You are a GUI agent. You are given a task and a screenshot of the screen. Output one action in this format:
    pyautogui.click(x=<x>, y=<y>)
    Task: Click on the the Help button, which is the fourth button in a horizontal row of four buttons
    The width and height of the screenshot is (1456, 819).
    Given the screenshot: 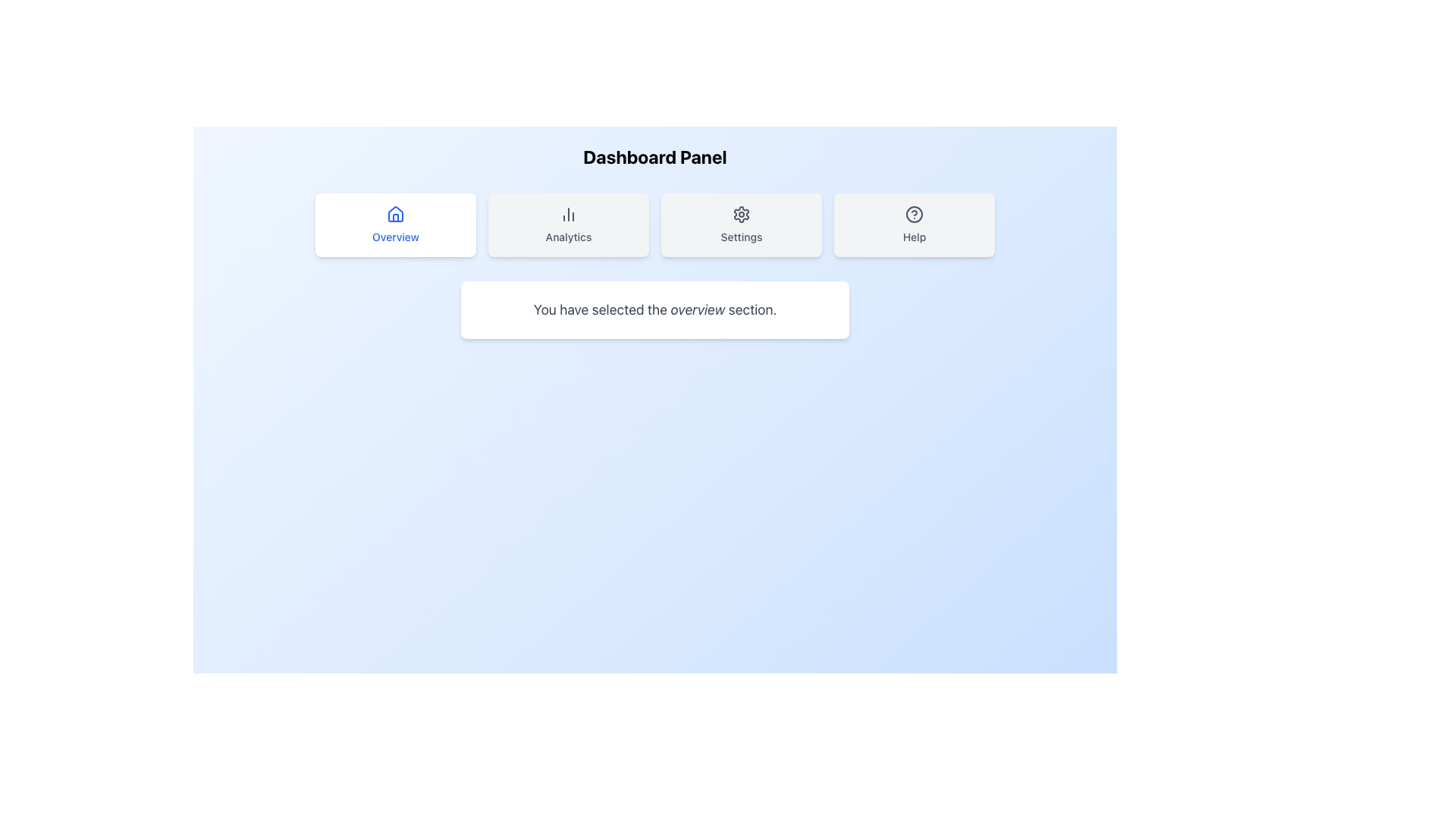 What is the action you would take?
    pyautogui.click(x=913, y=225)
    